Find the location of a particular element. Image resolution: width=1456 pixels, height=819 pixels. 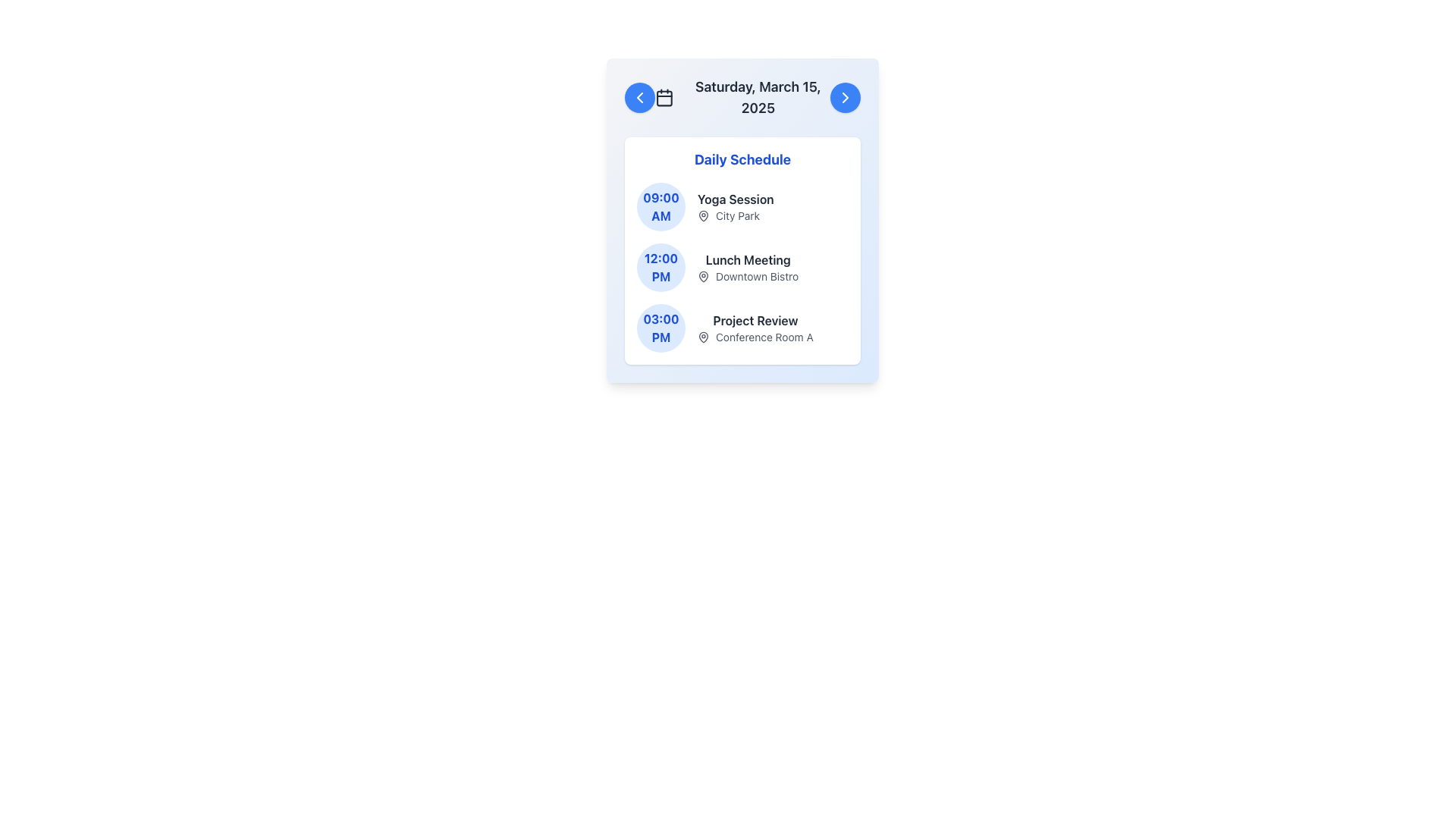

the location indicator icon in the center of the '12:00 PM Lunch Meeting' schedule entry is located at coordinates (702, 275).